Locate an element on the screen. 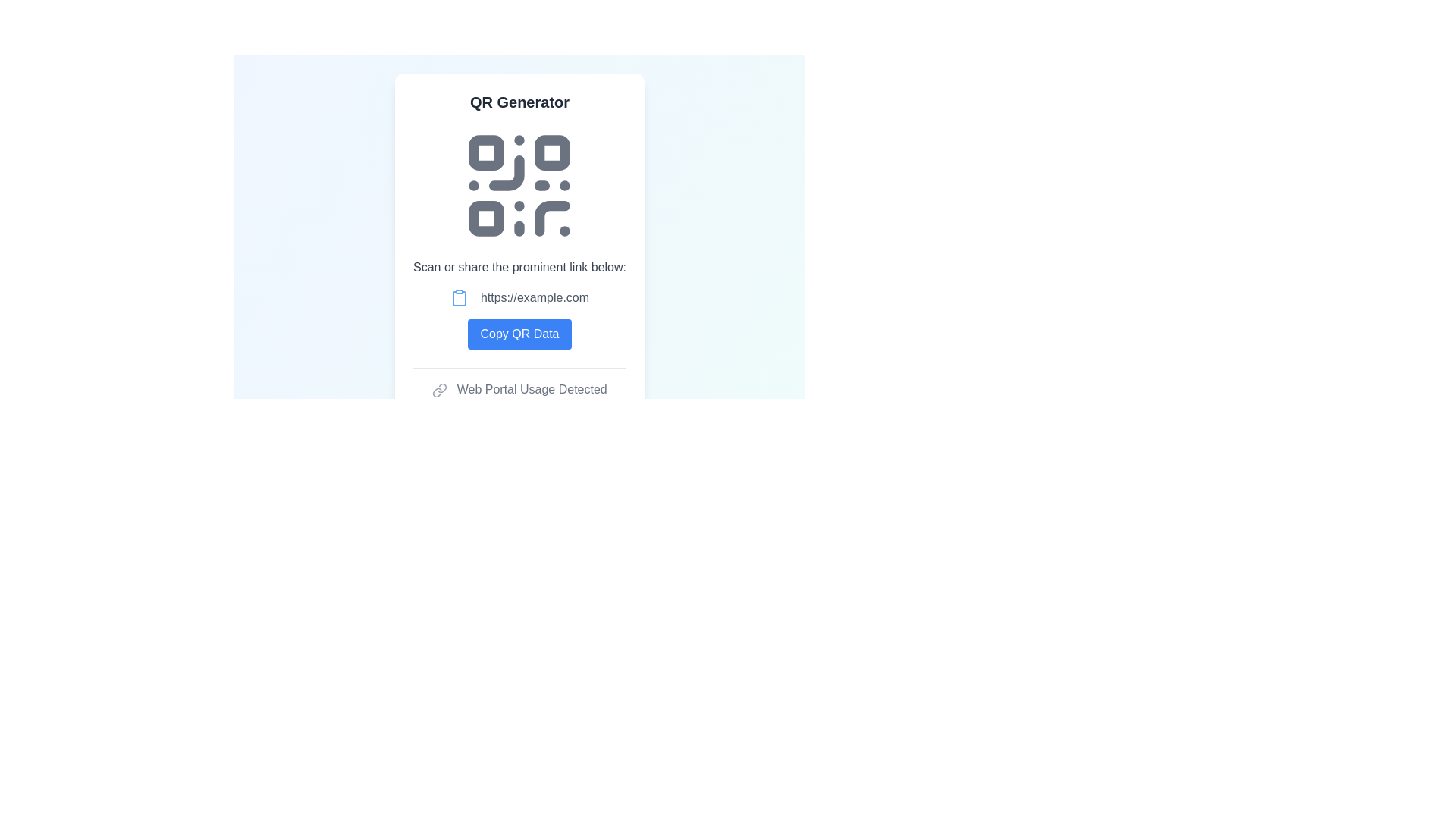 The width and height of the screenshot is (1456, 819). text content displayed in the URL Text Display, which is located to the right of a clipboard icon within a horizontal row layout is located at coordinates (535, 298).